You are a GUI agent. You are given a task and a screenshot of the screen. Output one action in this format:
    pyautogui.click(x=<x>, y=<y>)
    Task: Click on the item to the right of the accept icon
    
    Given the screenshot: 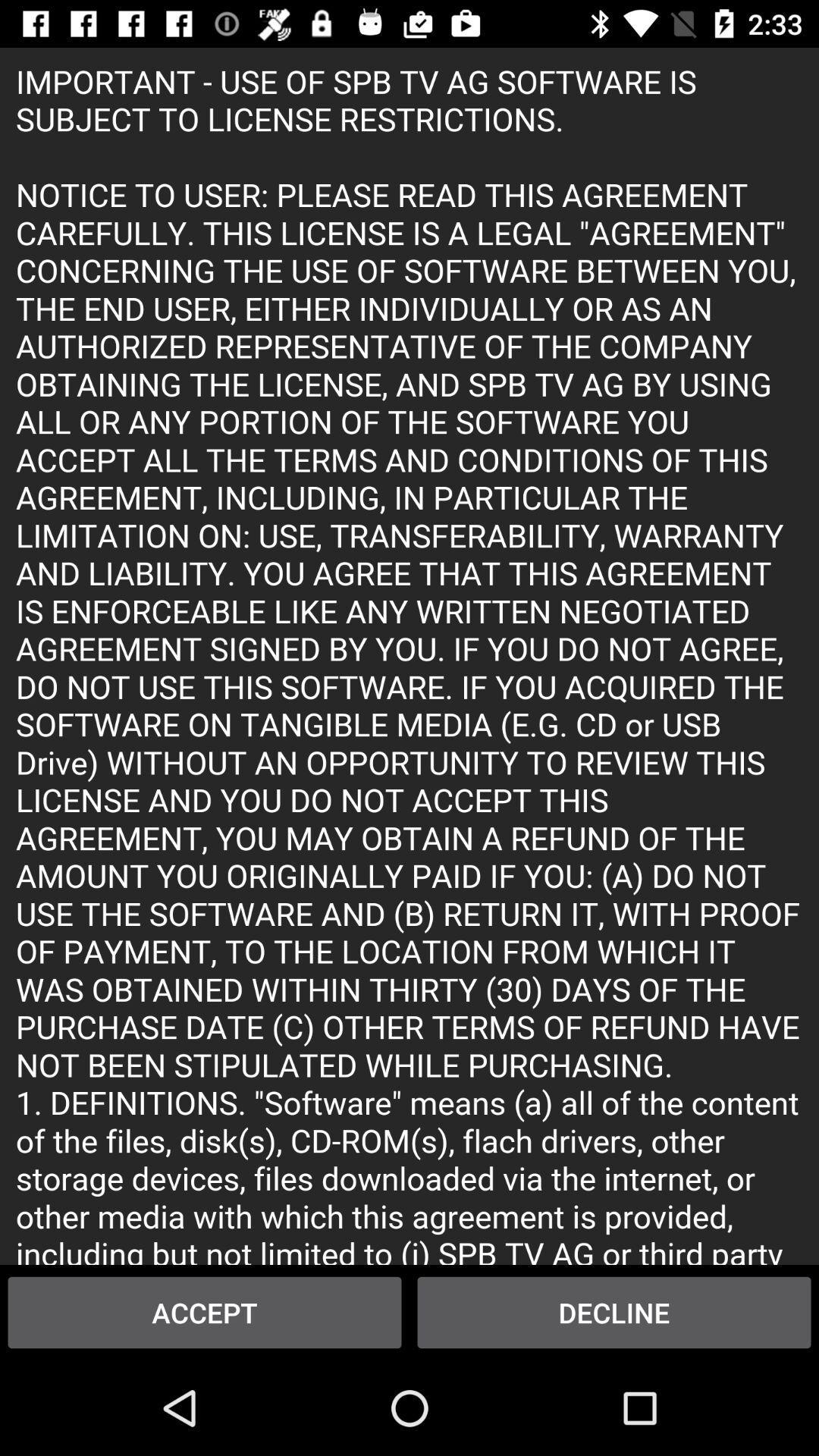 What is the action you would take?
    pyautogui.click(x=614, y=1312)
    